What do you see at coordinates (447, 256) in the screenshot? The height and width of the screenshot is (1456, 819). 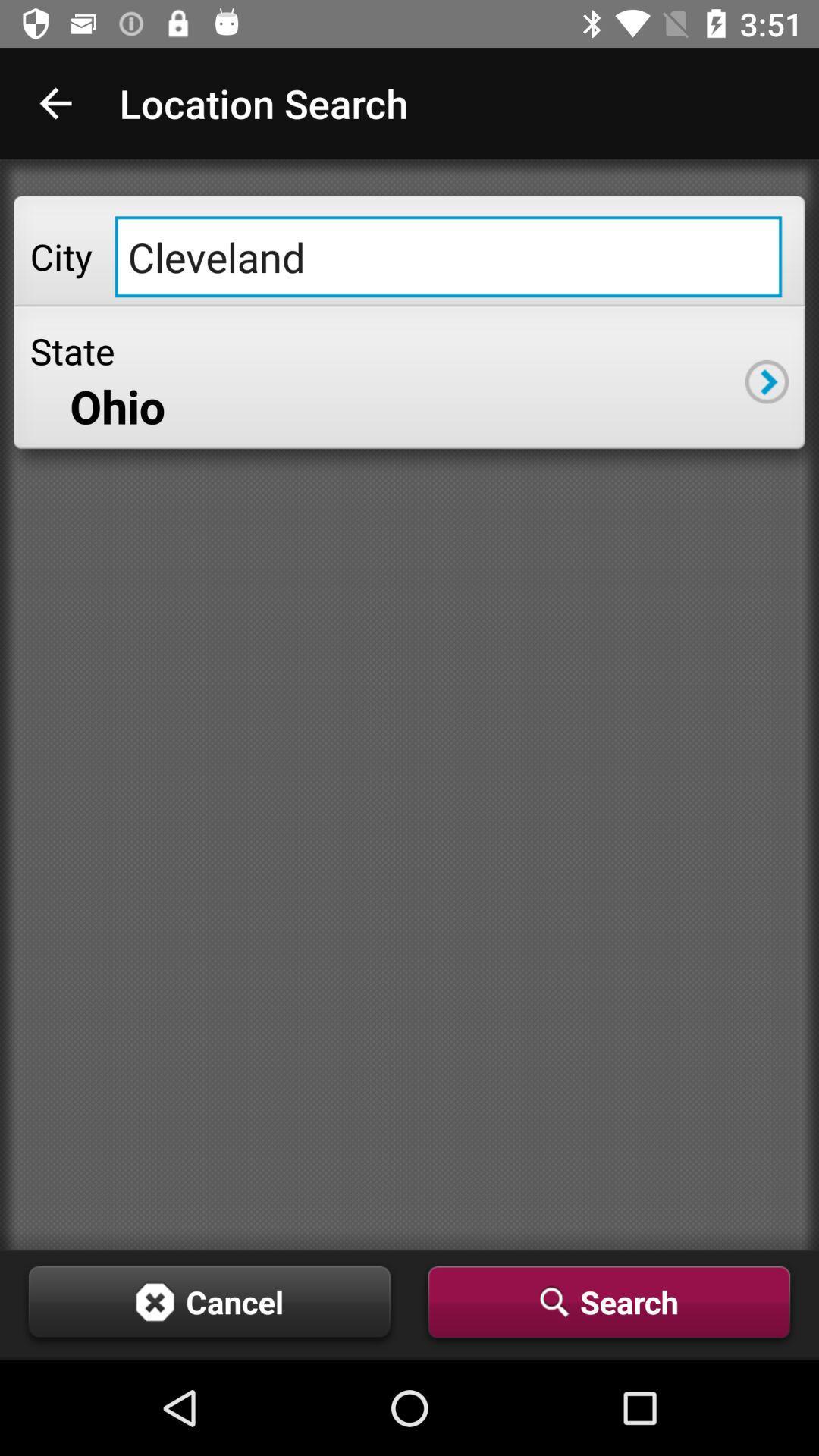 I see `cleveland` at bounding box center [447, 256].